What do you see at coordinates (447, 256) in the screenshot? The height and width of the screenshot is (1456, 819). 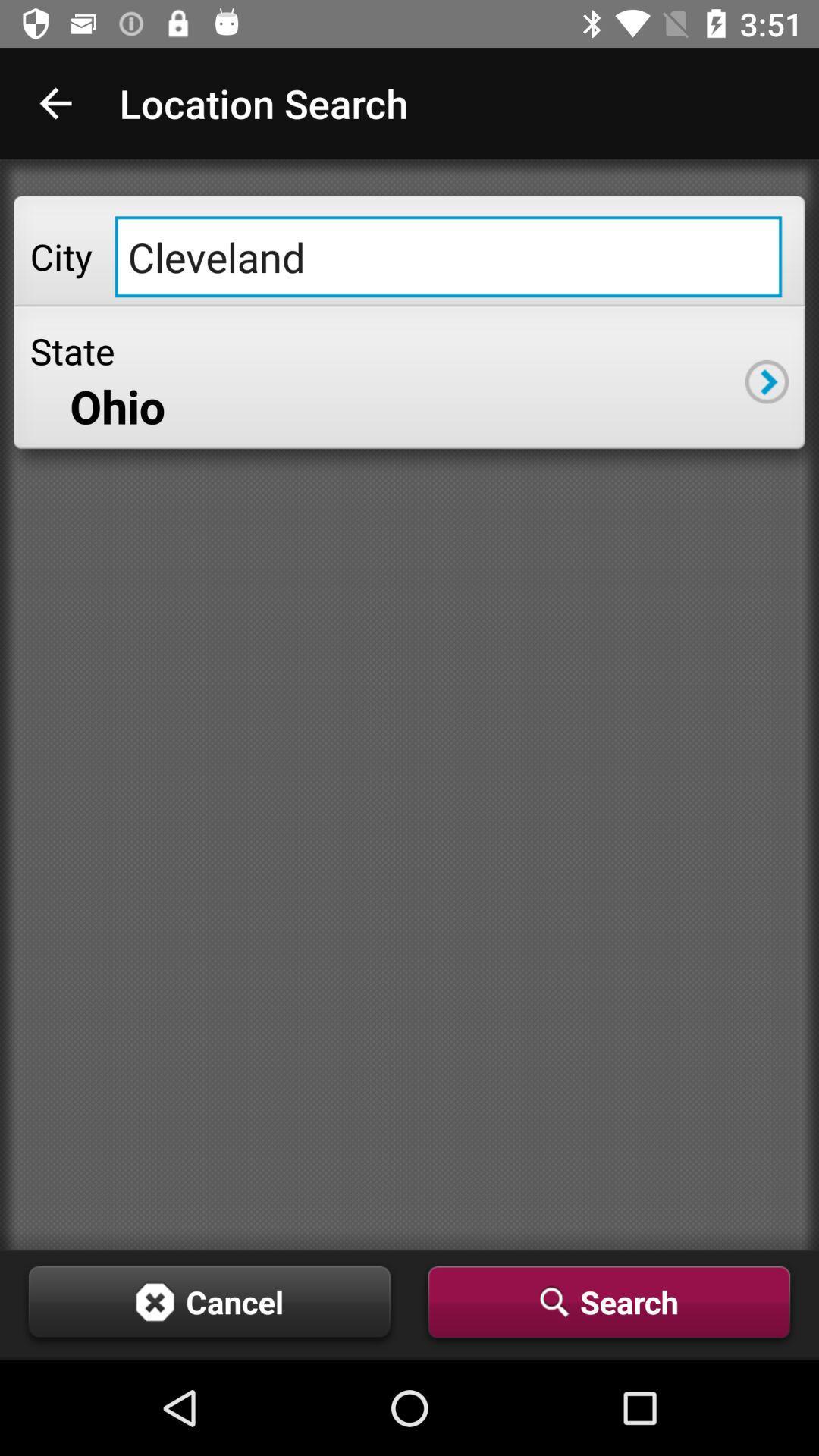 I see `cleveland` at bounding box center [447, 256].